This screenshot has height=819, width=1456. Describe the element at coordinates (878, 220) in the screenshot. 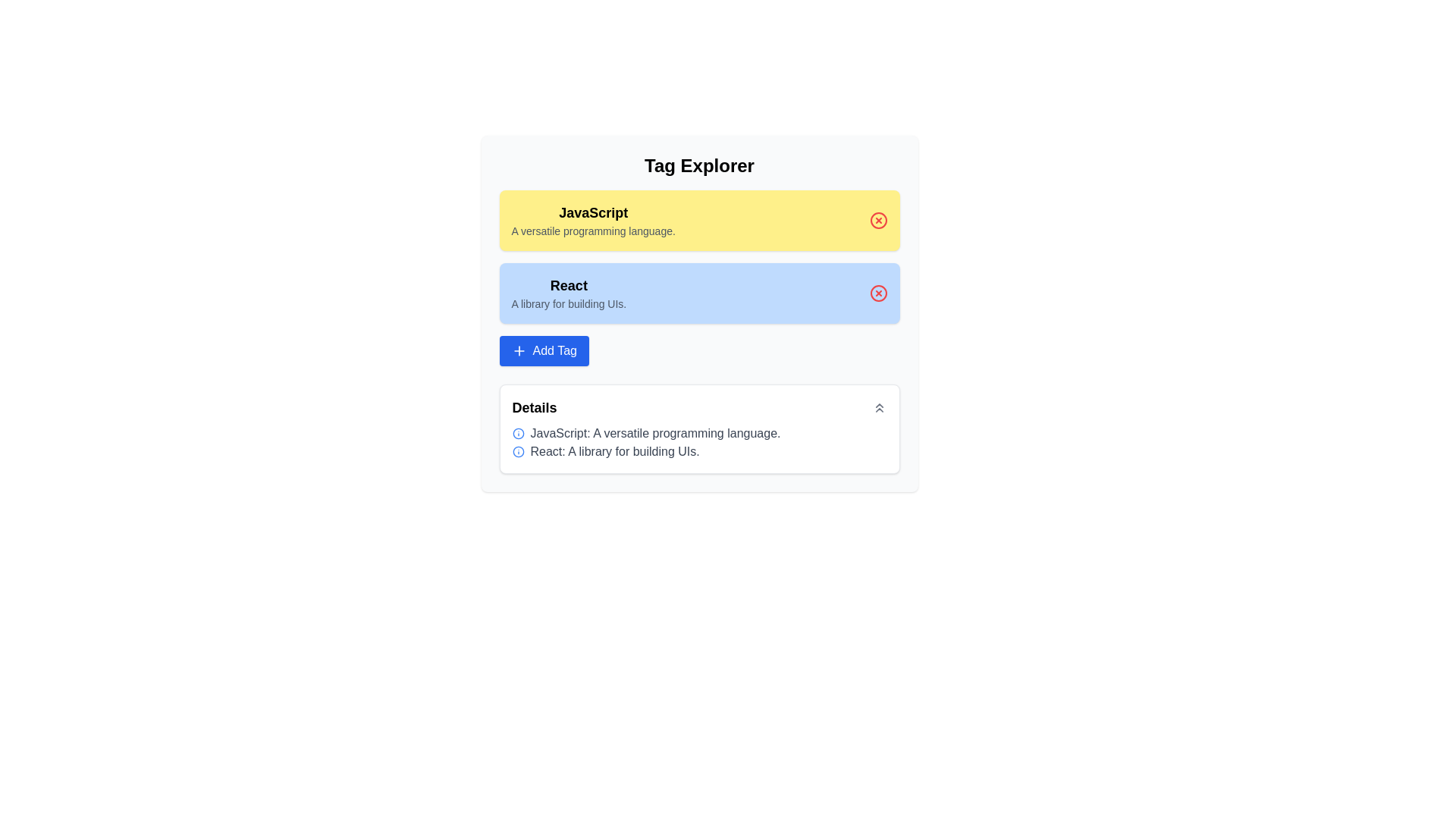

I see `the thin-lined circular Icon Button with a cross icon in the center, located at the top-right corner of the yellow 'JavaScript' card` at that location.